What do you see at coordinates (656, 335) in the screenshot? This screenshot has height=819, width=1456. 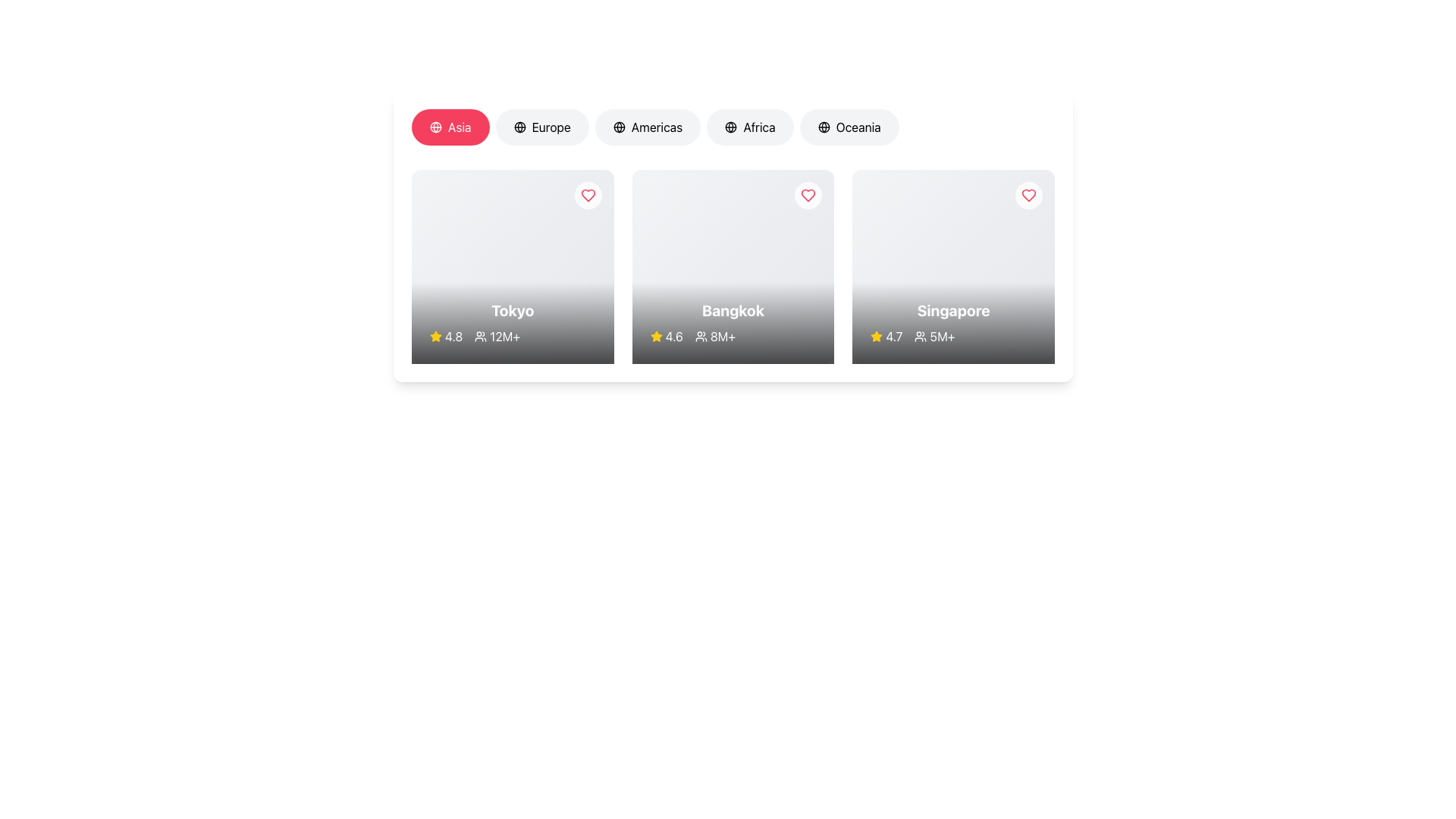 I see `the decorative star icon that indicates the rating for the city 'Singapore'` at bounding box center [656, 335].